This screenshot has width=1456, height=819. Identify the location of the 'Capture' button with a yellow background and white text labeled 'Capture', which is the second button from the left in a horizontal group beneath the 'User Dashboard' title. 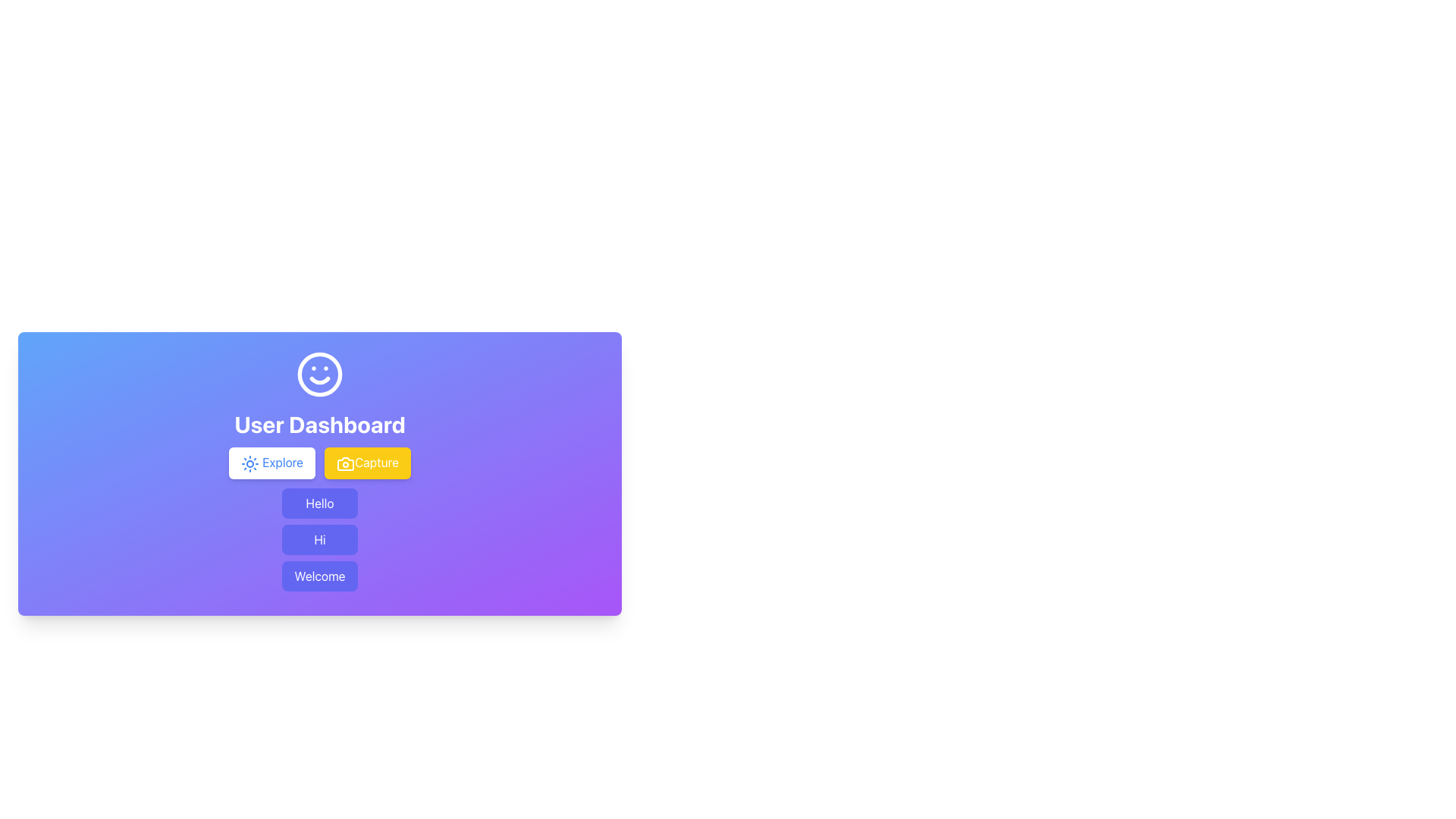
(368, 462).